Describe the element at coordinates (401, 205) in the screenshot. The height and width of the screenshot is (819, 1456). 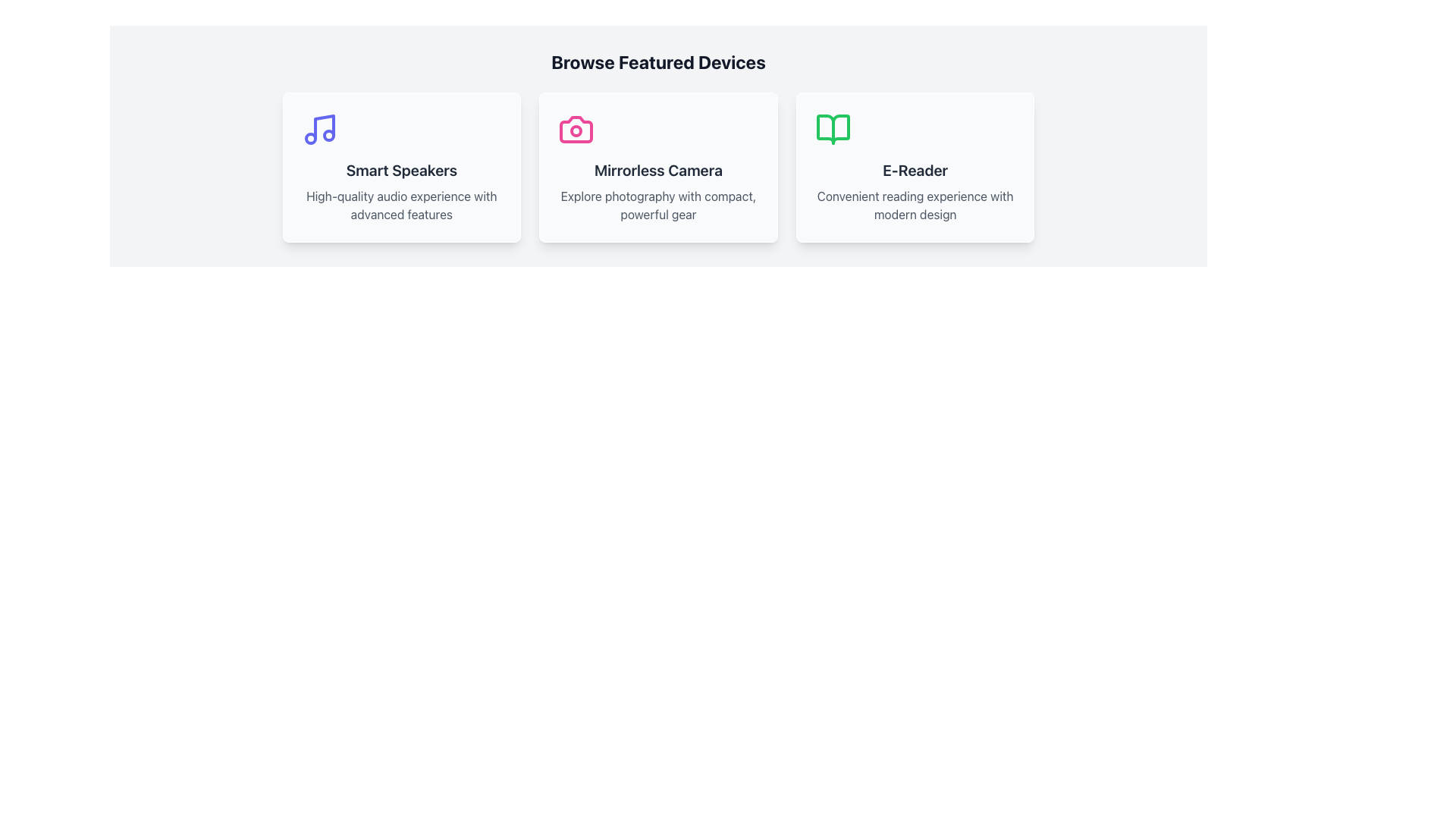
I see `the supporting description text located at the lower region of the 'Smart Speakers' box, which provides additional details about the product's features` at that location.